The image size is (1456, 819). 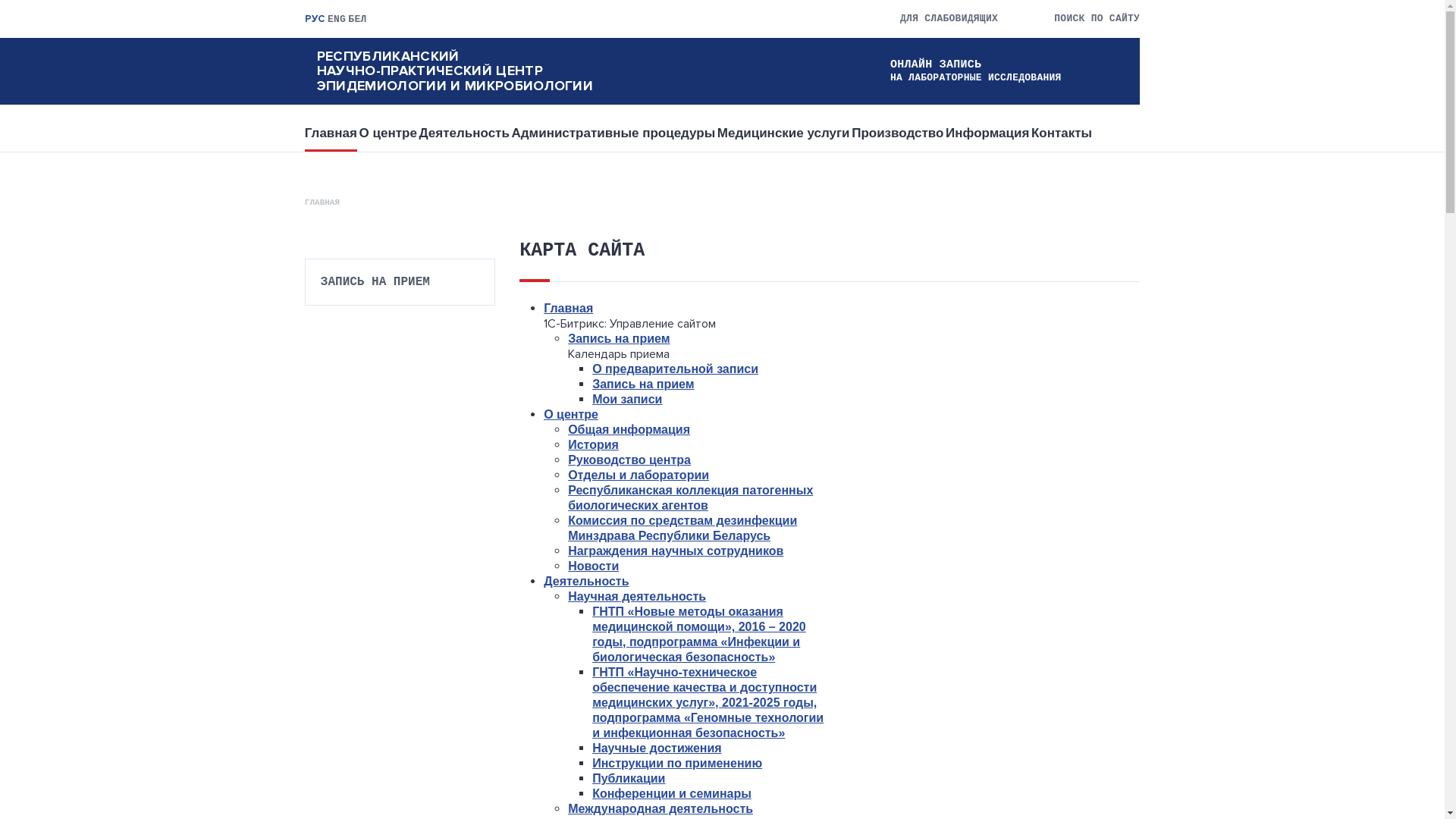 I want to click on 'ENG', so click(x=336, y=19).